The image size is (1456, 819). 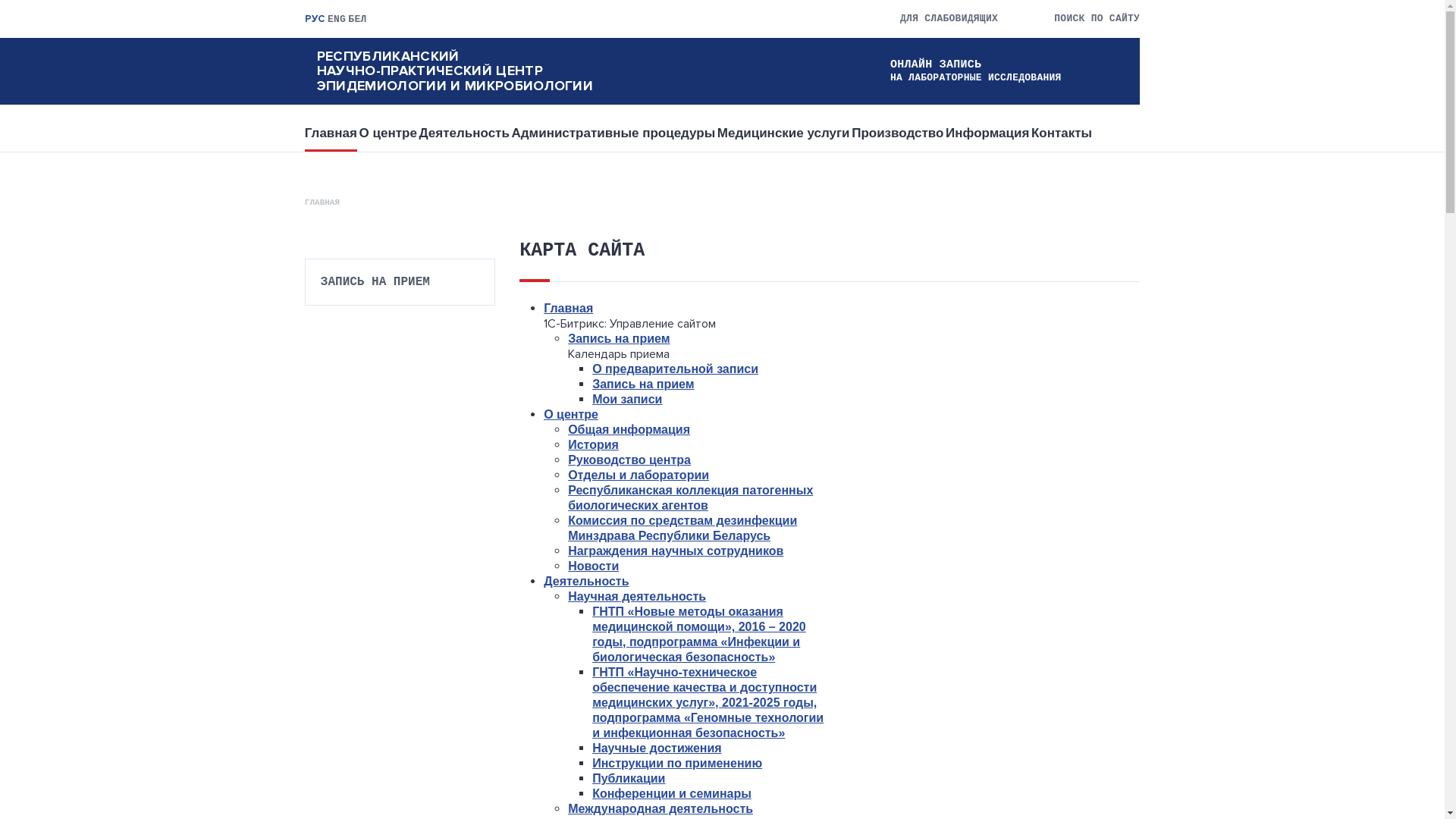 I want to click on 'ENG', so click(x=336, y=19).